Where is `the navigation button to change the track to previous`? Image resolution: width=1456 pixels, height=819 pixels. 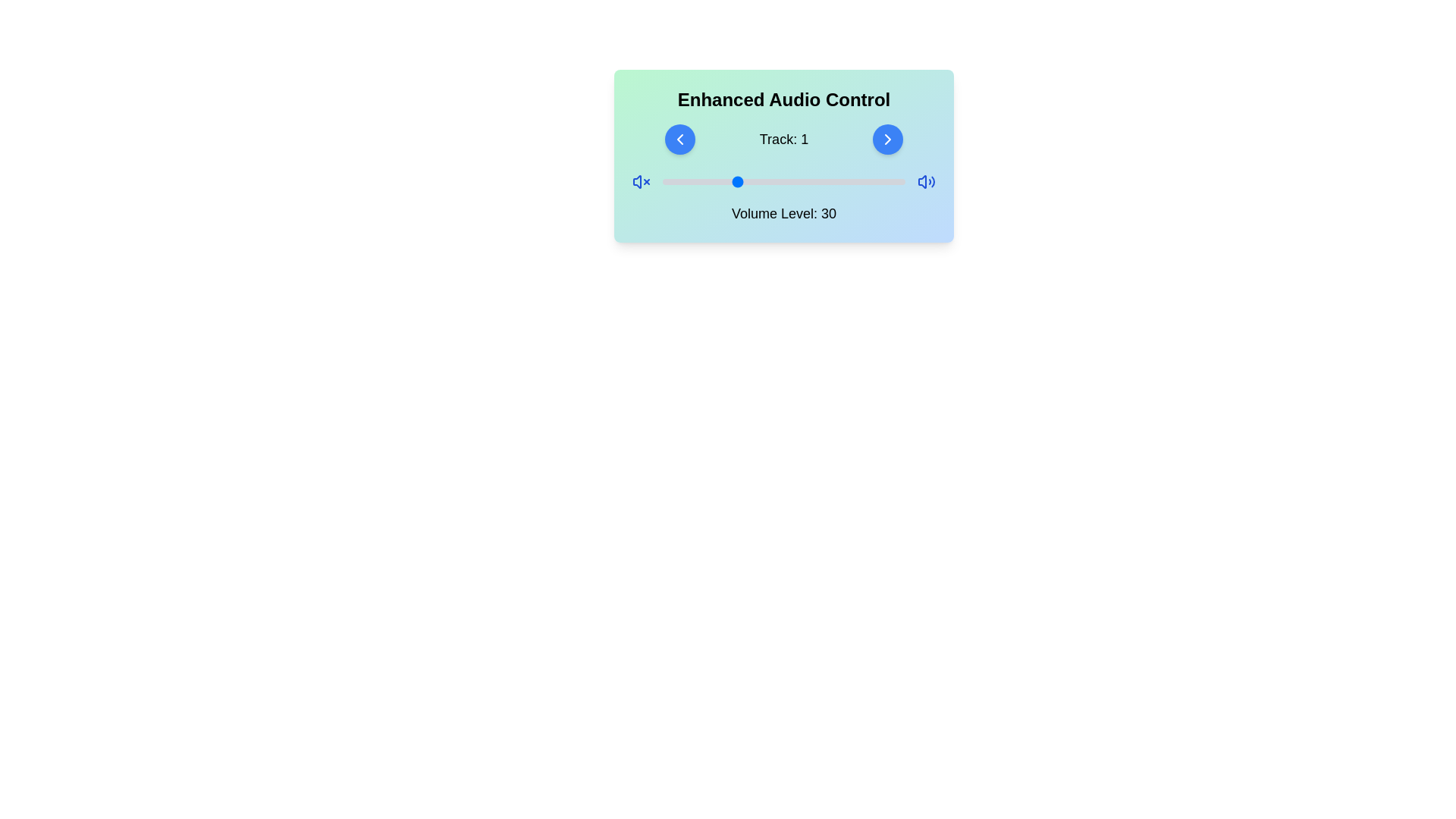 the navigation button to change the track to previous is located at coordinates (679, 140).